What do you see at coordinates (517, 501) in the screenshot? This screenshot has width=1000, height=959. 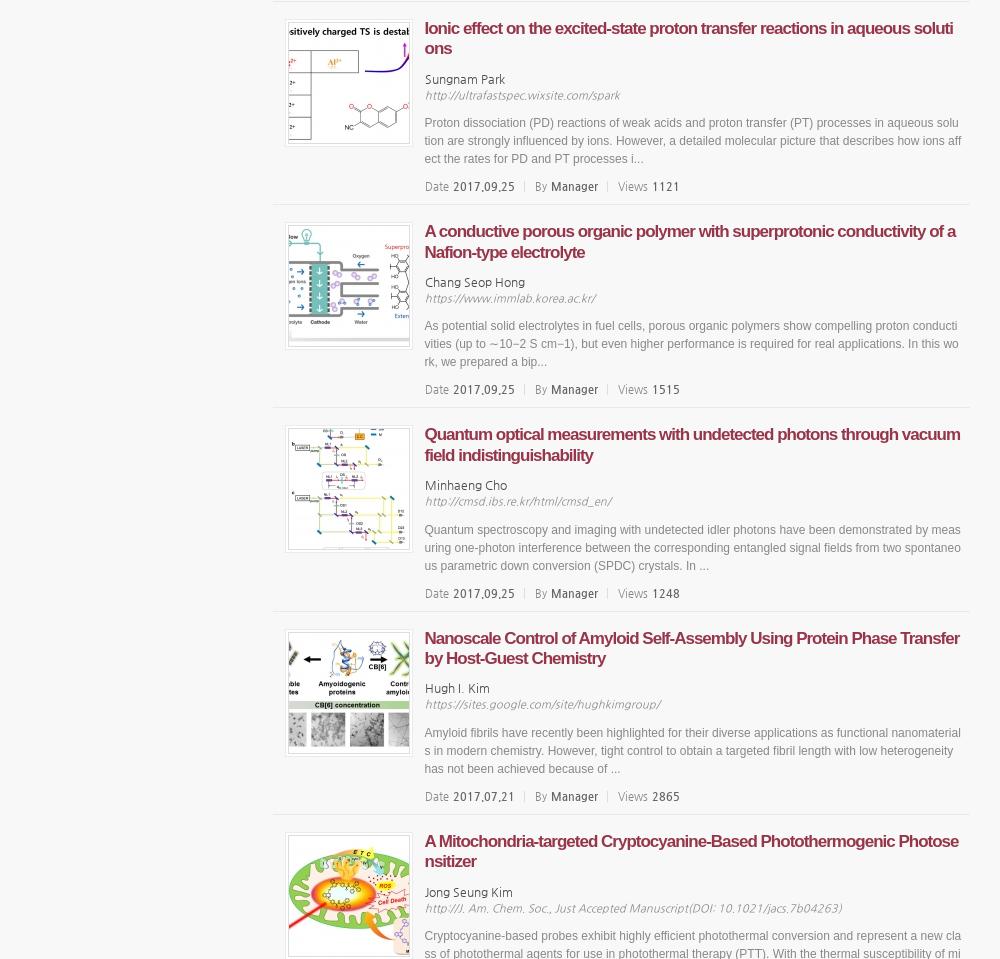 I see `'http://cmsd.ibs.re.kr/html/cmsd_en/'` at bounding box center [517, 501].